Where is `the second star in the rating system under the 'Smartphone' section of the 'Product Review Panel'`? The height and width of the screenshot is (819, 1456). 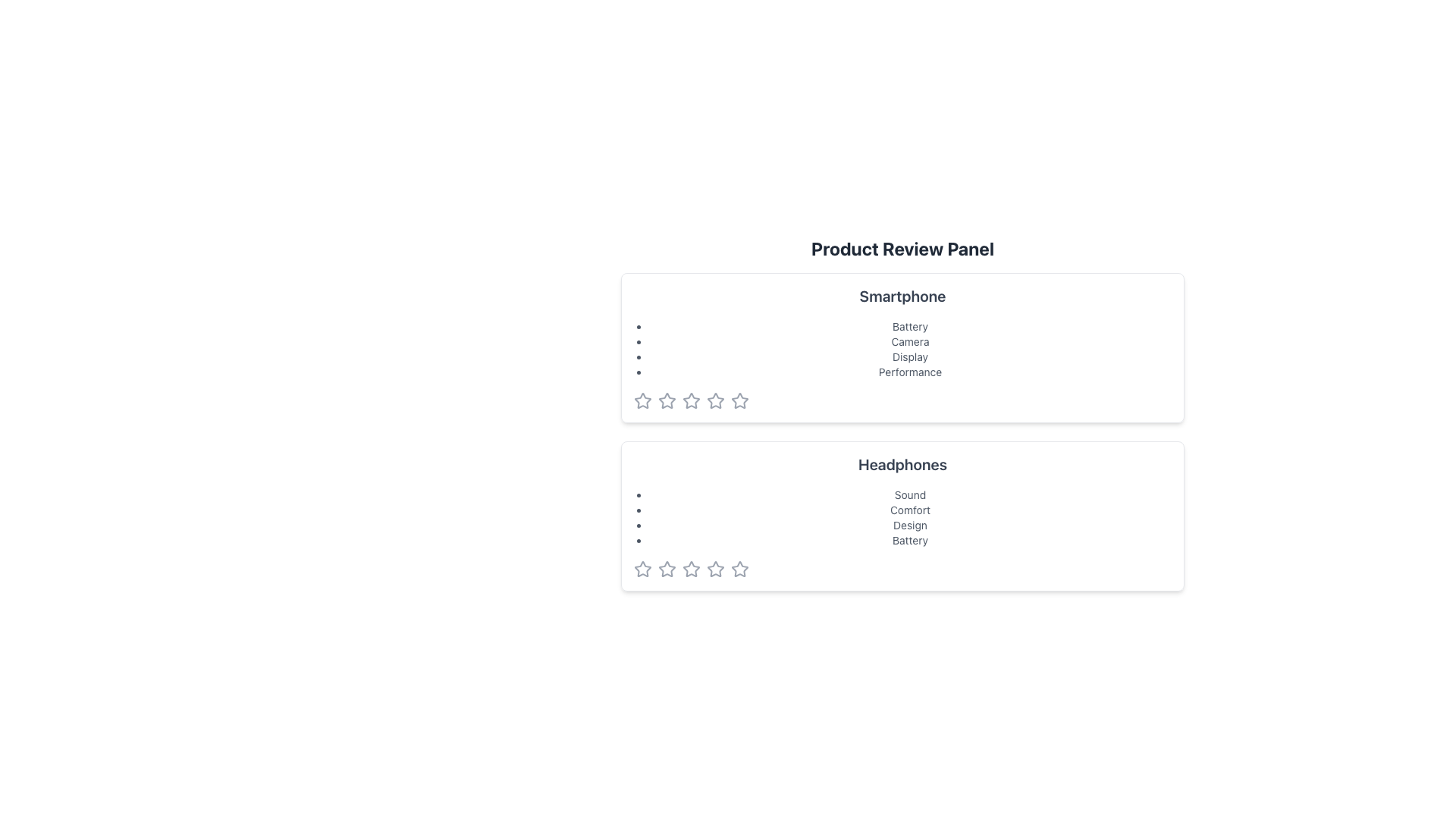 the second star in the rating system under the 'Smartphone' section of the 'Product Review Panel' is located at coordinates (667, 400).